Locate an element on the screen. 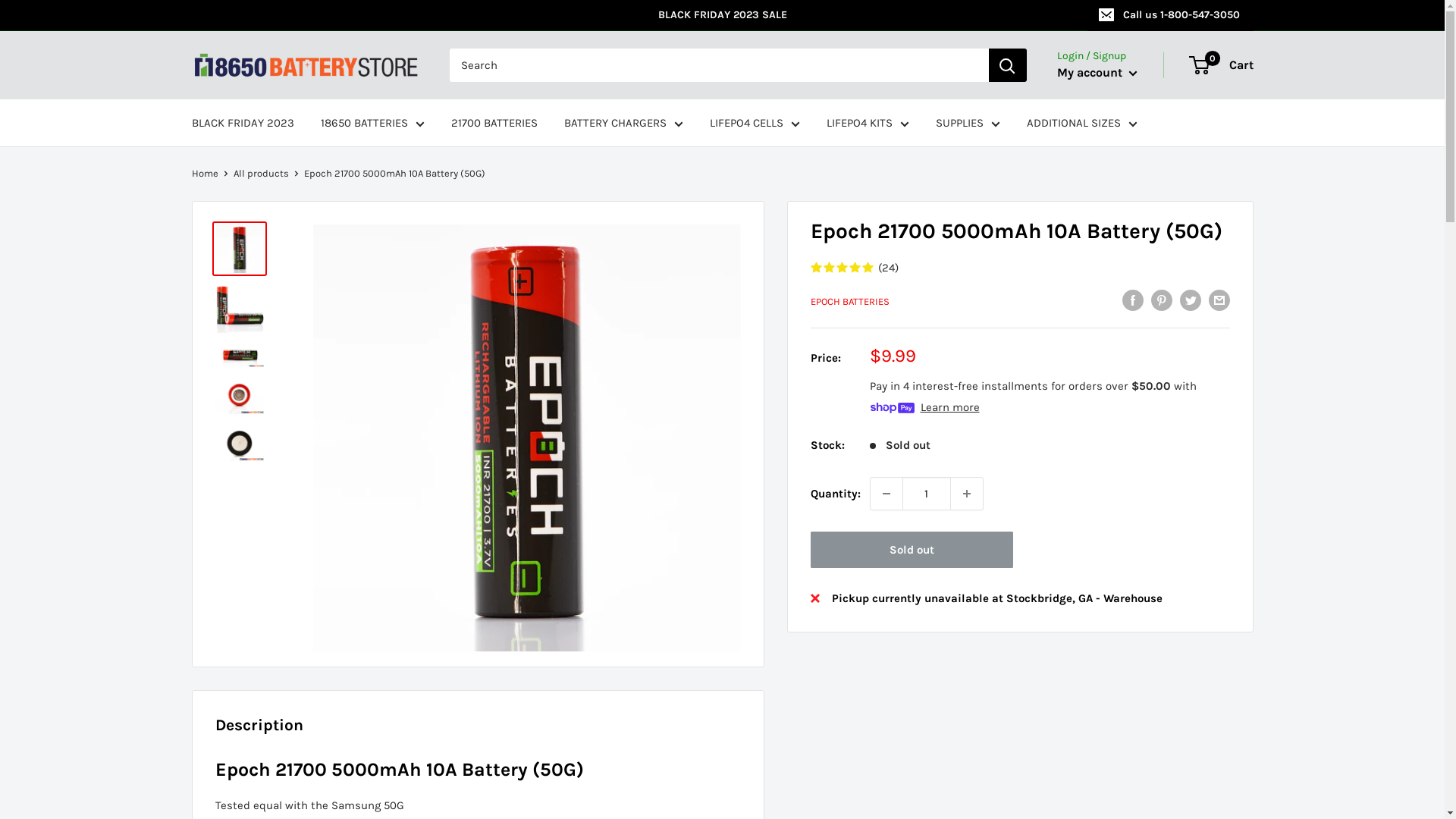  'Call us 1-800-547-3050' is located at coordinates (1169, 14).